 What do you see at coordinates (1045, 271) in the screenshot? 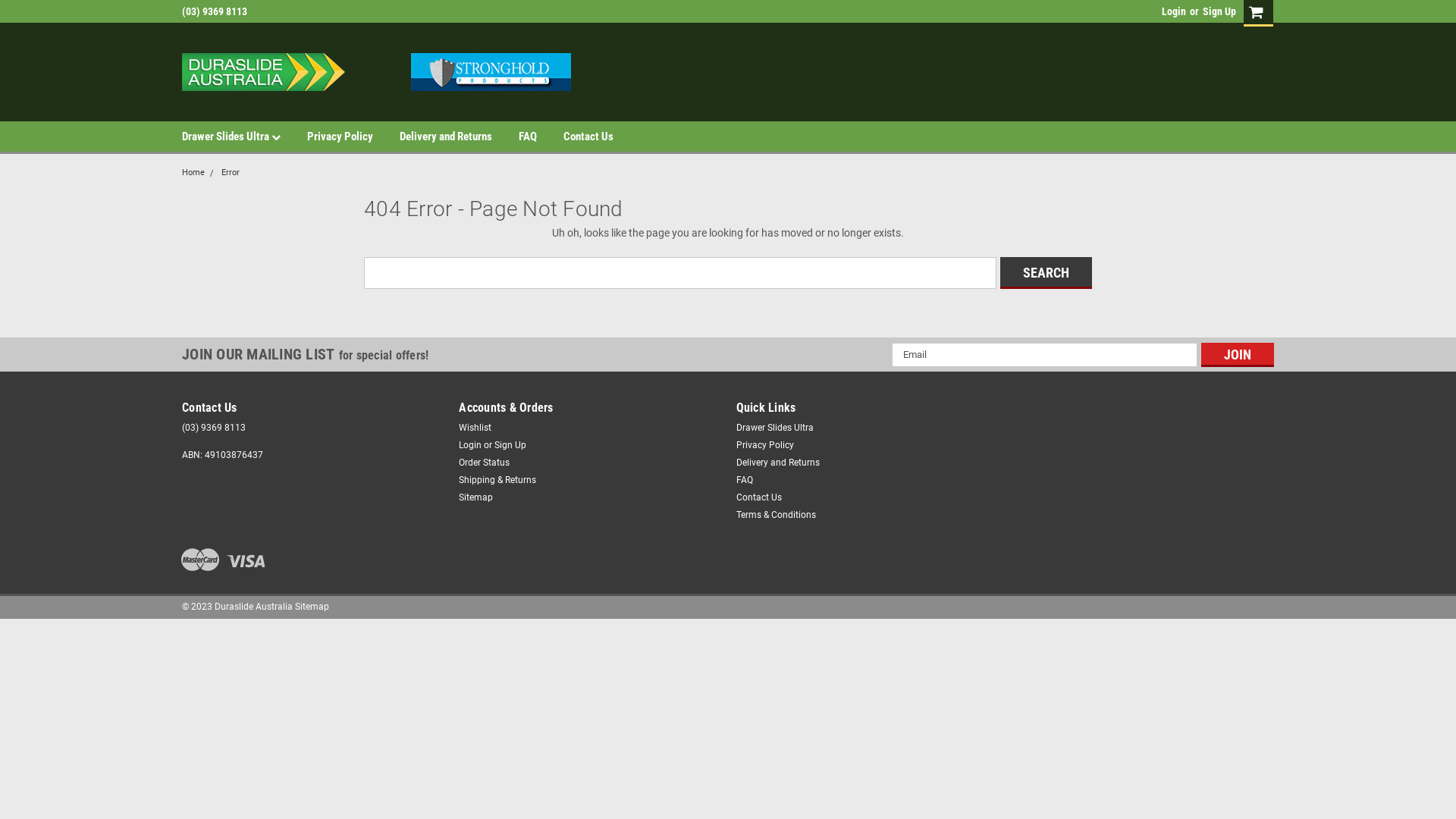
I see `'Search'` at bounding box center [1045, 271].